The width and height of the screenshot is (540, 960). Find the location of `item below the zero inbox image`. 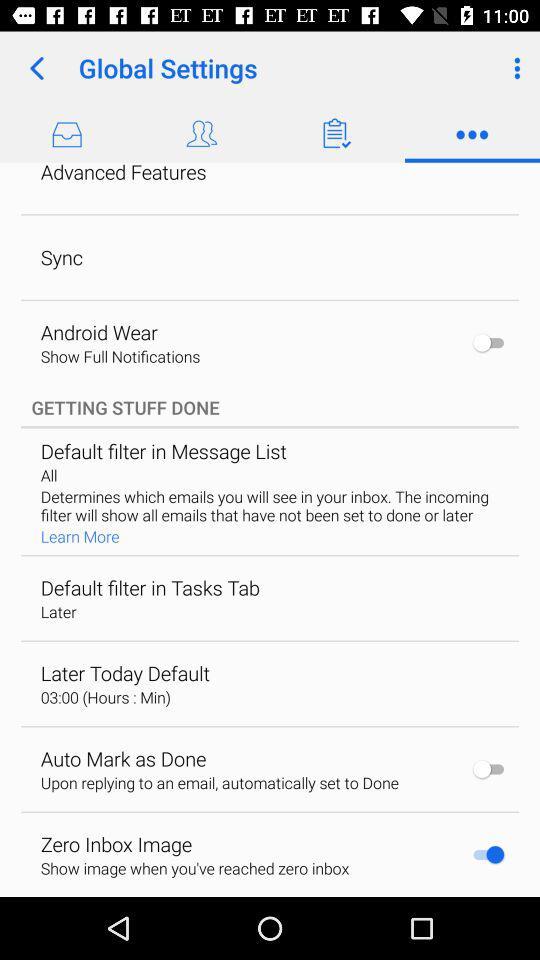

item below the zero inbox image is located at coordinates (194, 867).